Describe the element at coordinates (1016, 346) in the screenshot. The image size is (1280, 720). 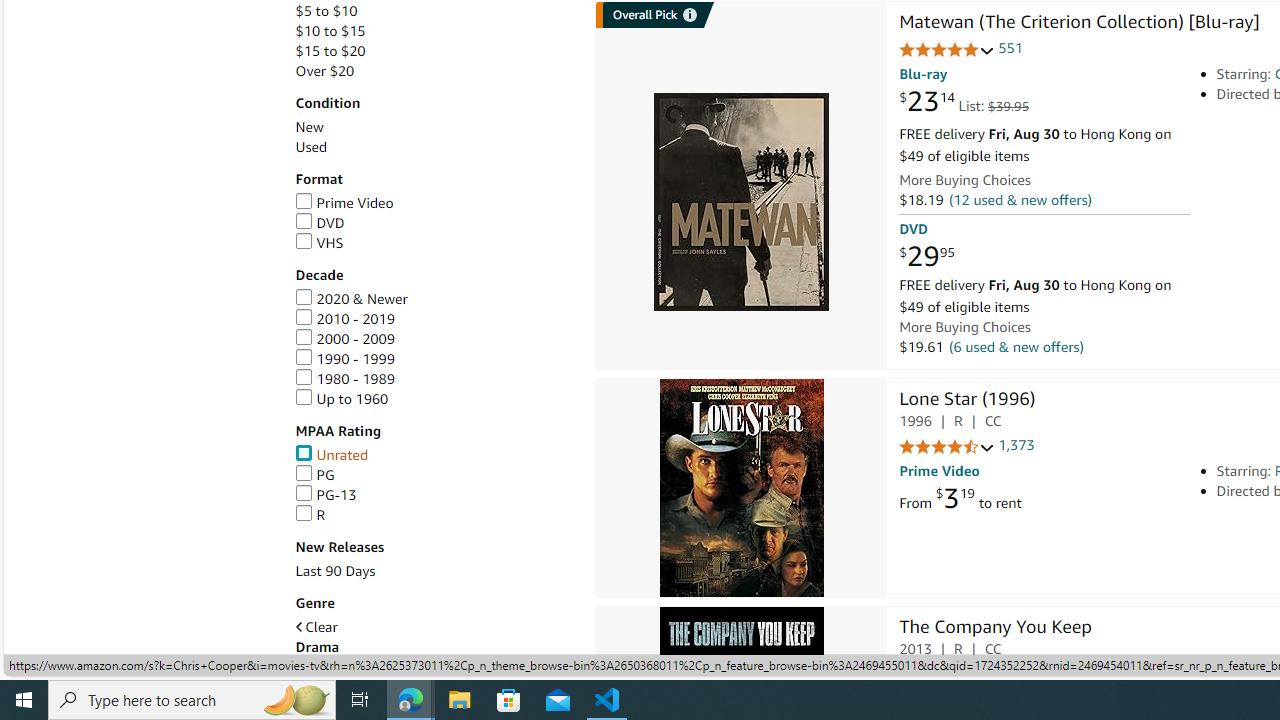
I see `'(6 used & new offers)'` at that location.